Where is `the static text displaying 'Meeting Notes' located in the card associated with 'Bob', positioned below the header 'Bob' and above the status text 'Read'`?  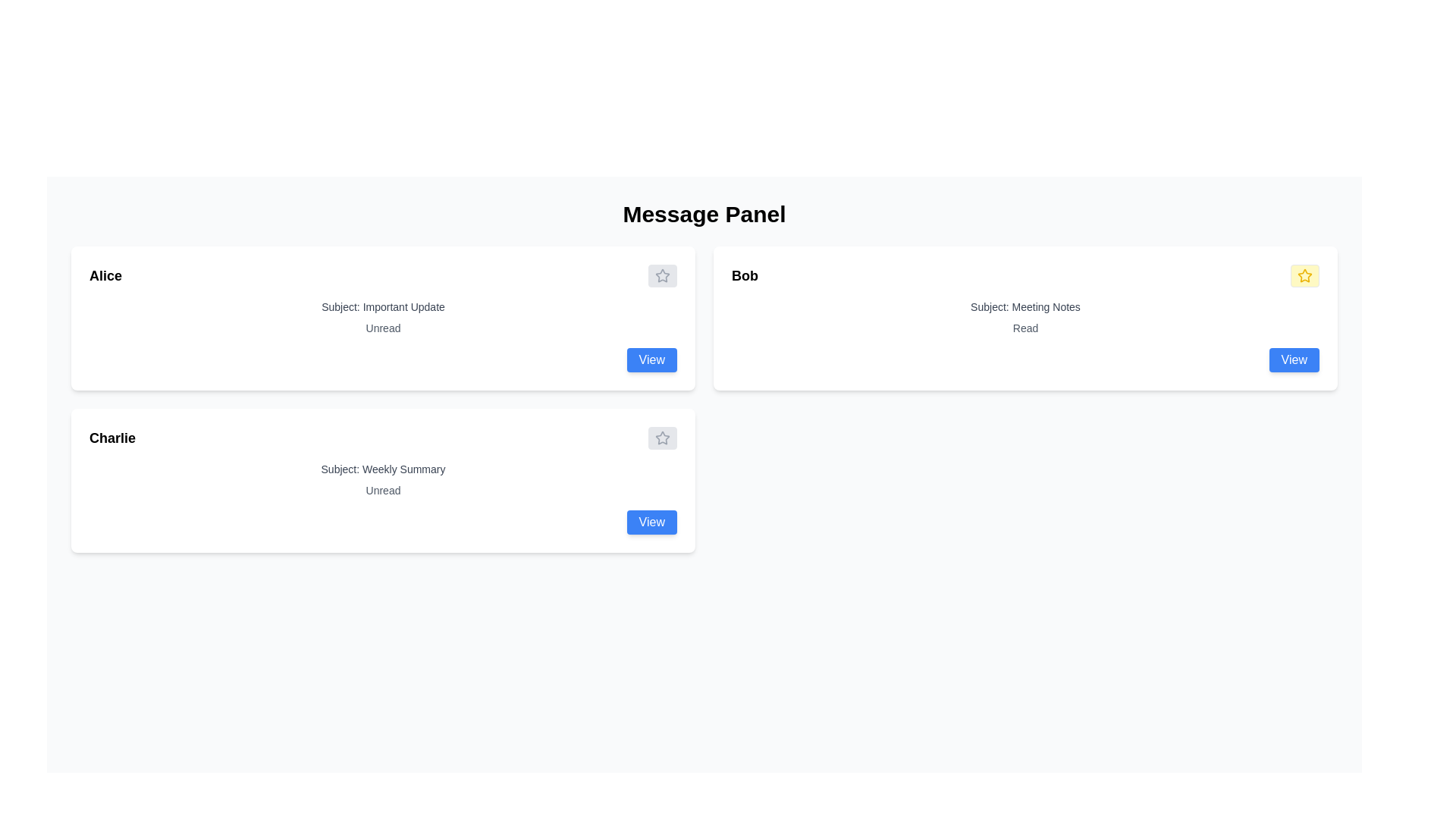
the static text displaying 'Meeting Notes' located in the card associated with 'Bob', positioned below the header 'Bob' and above the status text 'Read' is located at coordinates (1025, 307).